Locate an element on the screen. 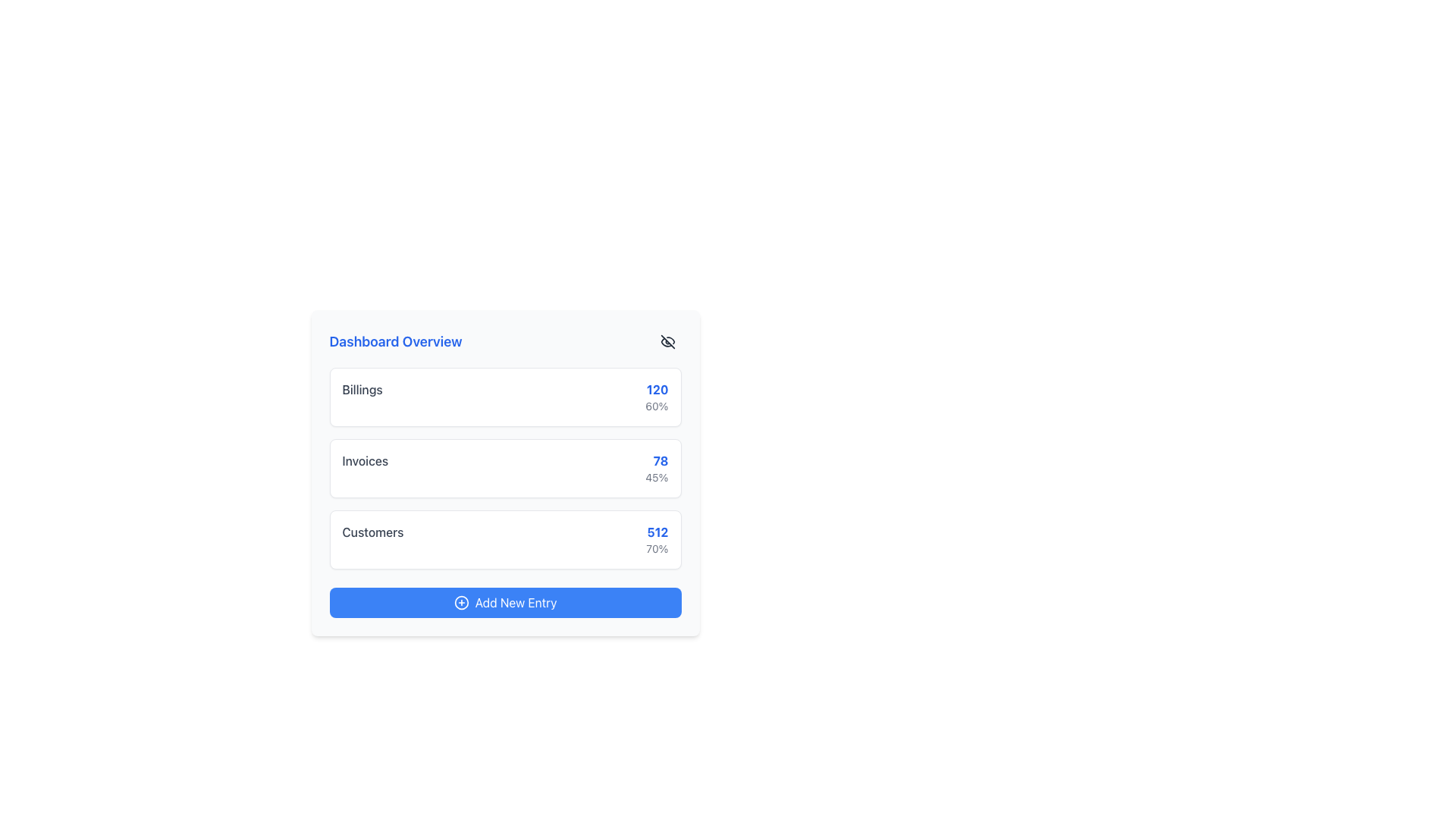 The image size is (1456, 819). the circular icon located to the left of the 'Add New Entry' button text is located at coordinates (460, 601).